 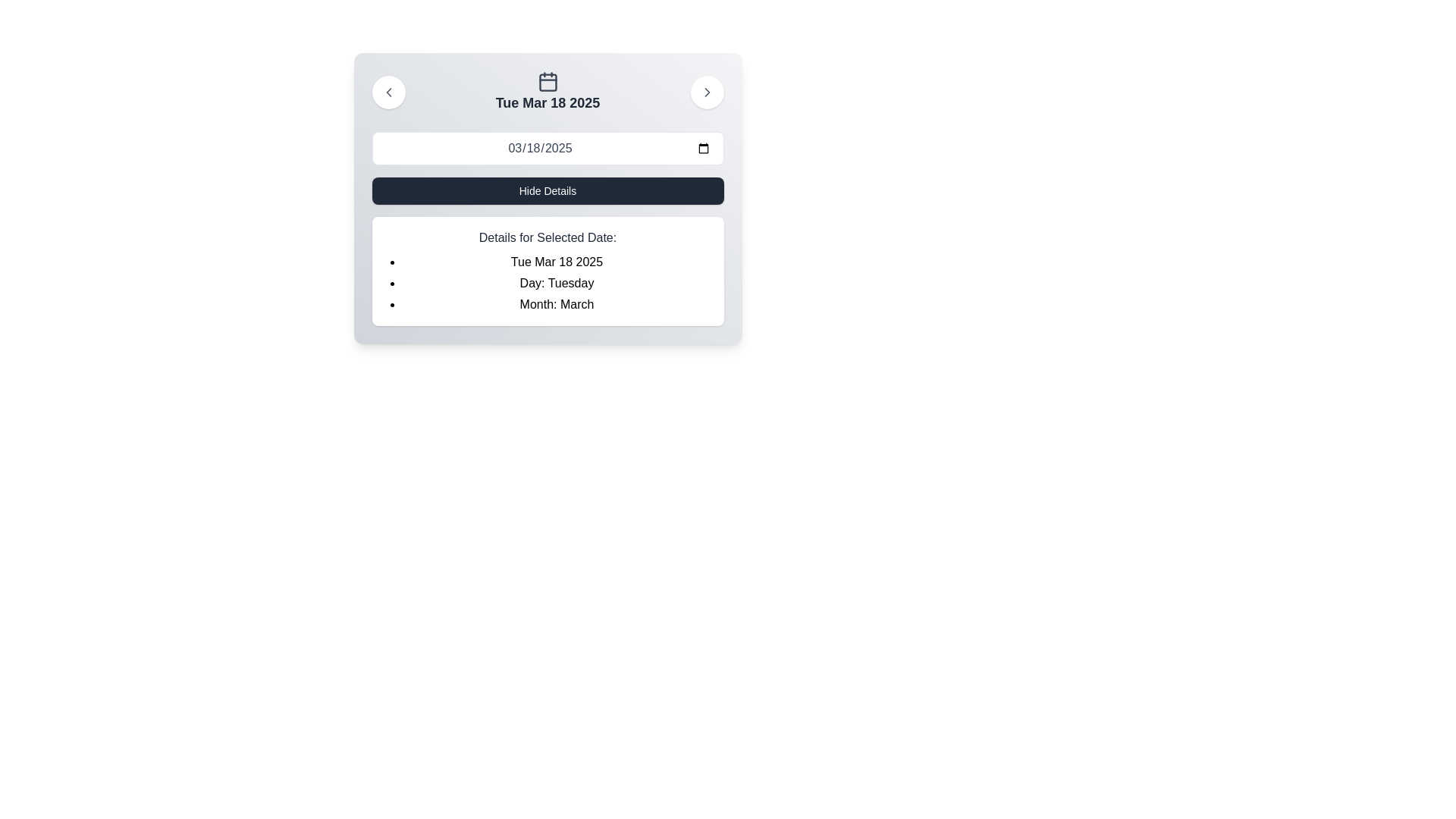 What do you see at coordinates (556, 284) in the screenshot?
I see `text content displayed in the bulleted list containing 'Tue Mar 18 2025,' 'Day: Tuesday,' and 'Month: March,' which is located under the 'Details for Selected Date:' section` at bounding box center [556, 284].